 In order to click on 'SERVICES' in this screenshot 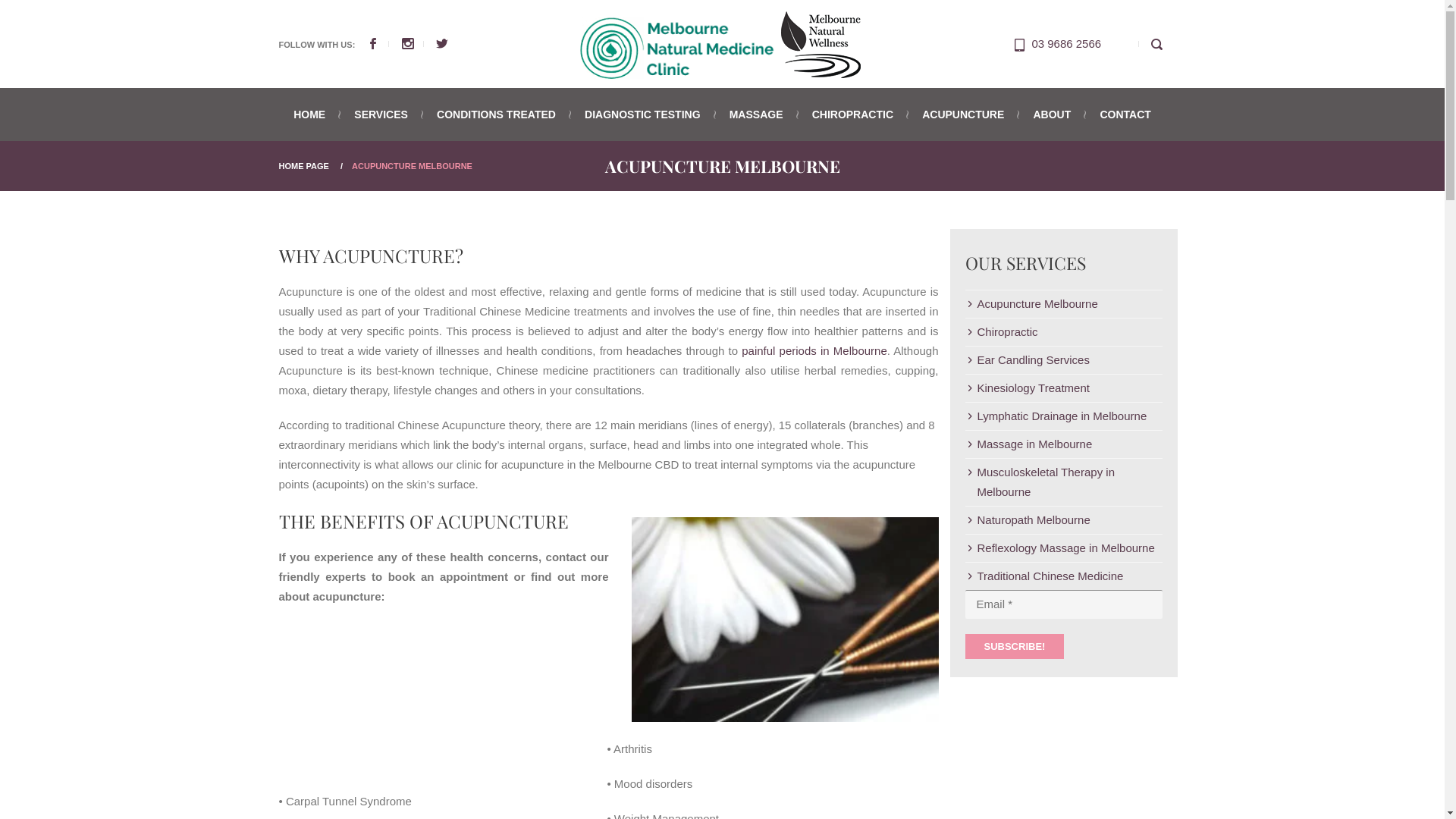, I will do `click(340, 113)`.